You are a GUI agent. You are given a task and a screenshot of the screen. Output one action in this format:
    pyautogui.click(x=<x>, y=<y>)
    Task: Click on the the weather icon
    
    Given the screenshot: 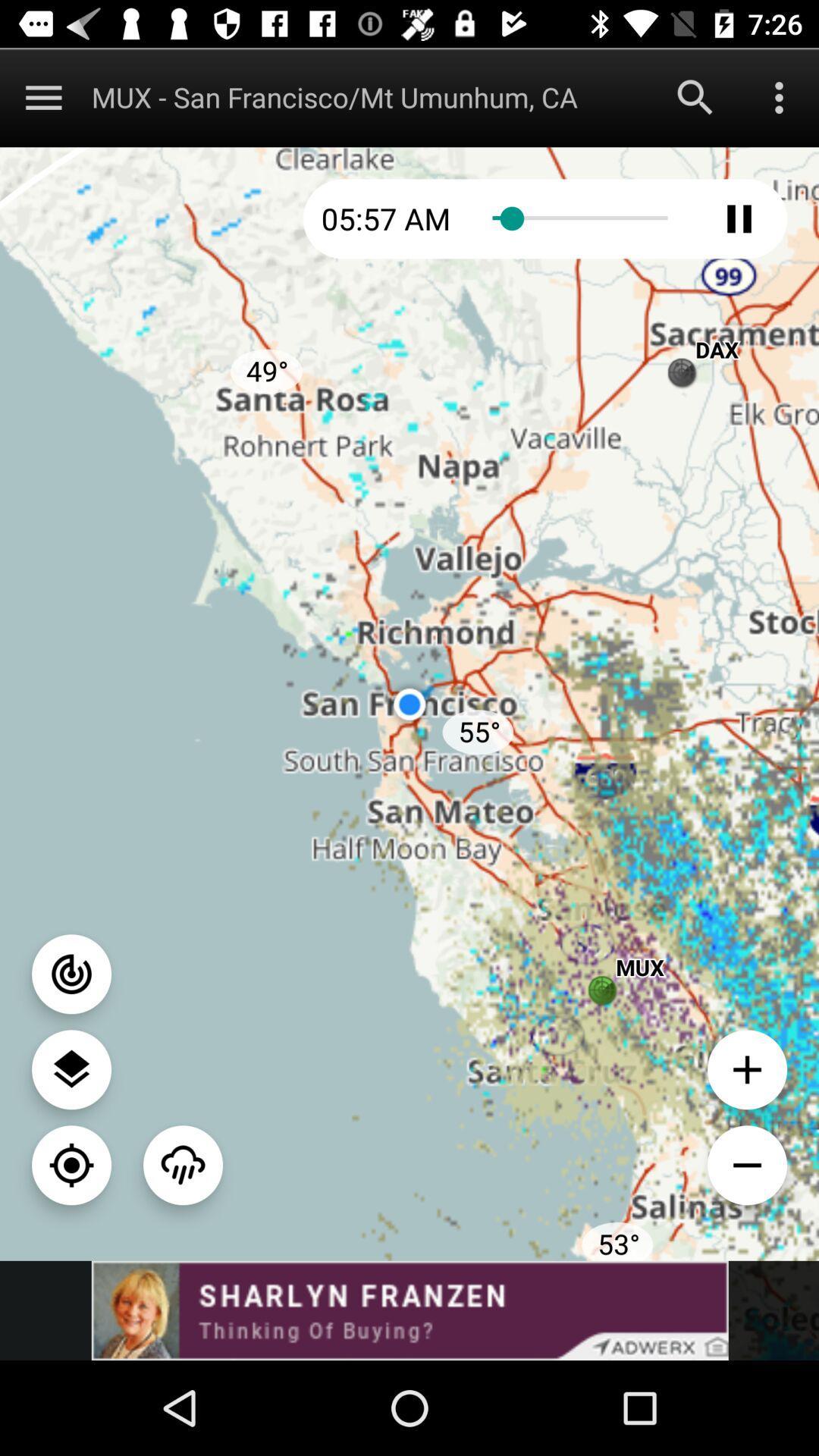 What is the action you would take?
    pyautogui.click(x=182, y=1164)
    